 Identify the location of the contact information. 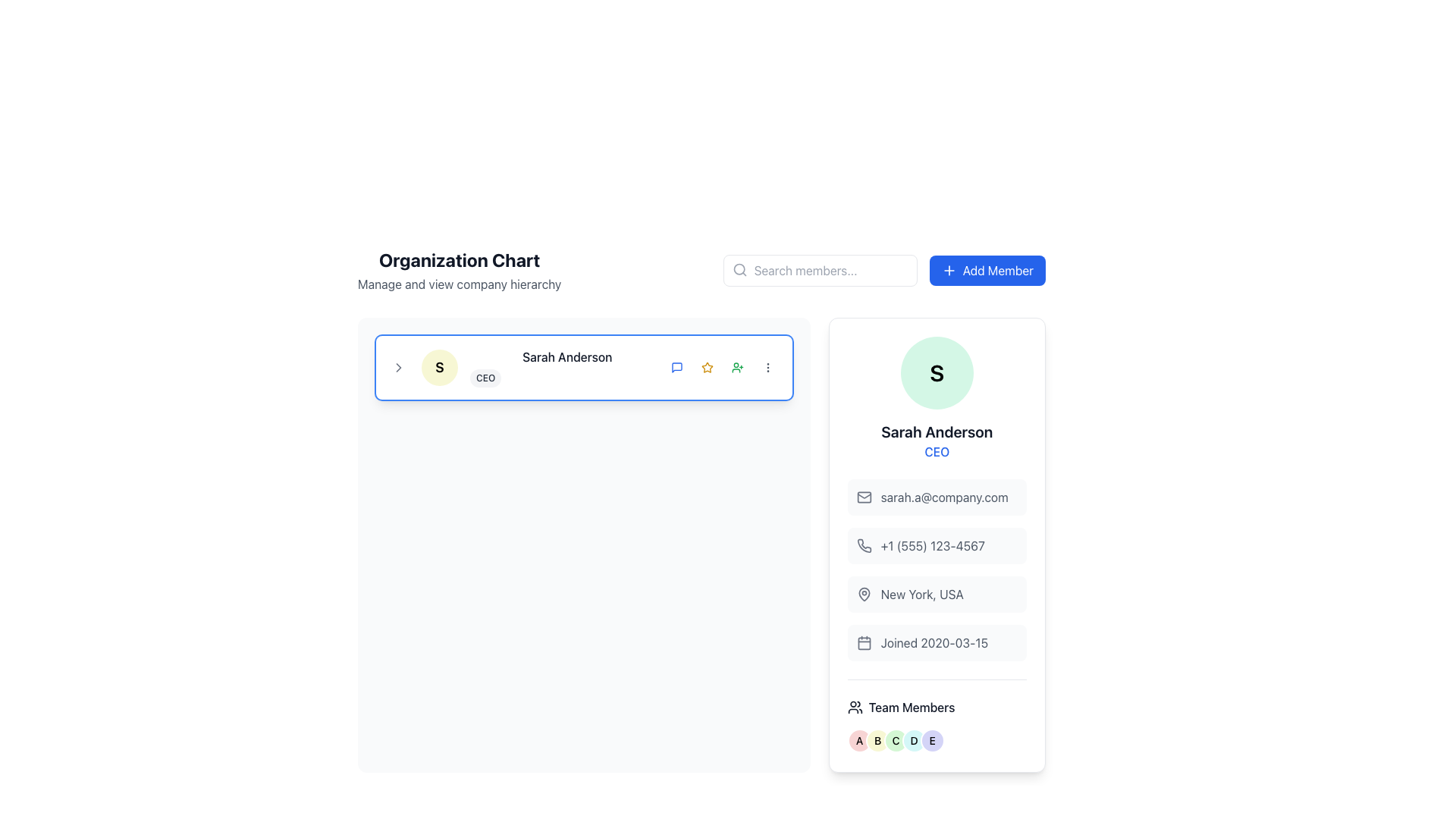
(936, 546).